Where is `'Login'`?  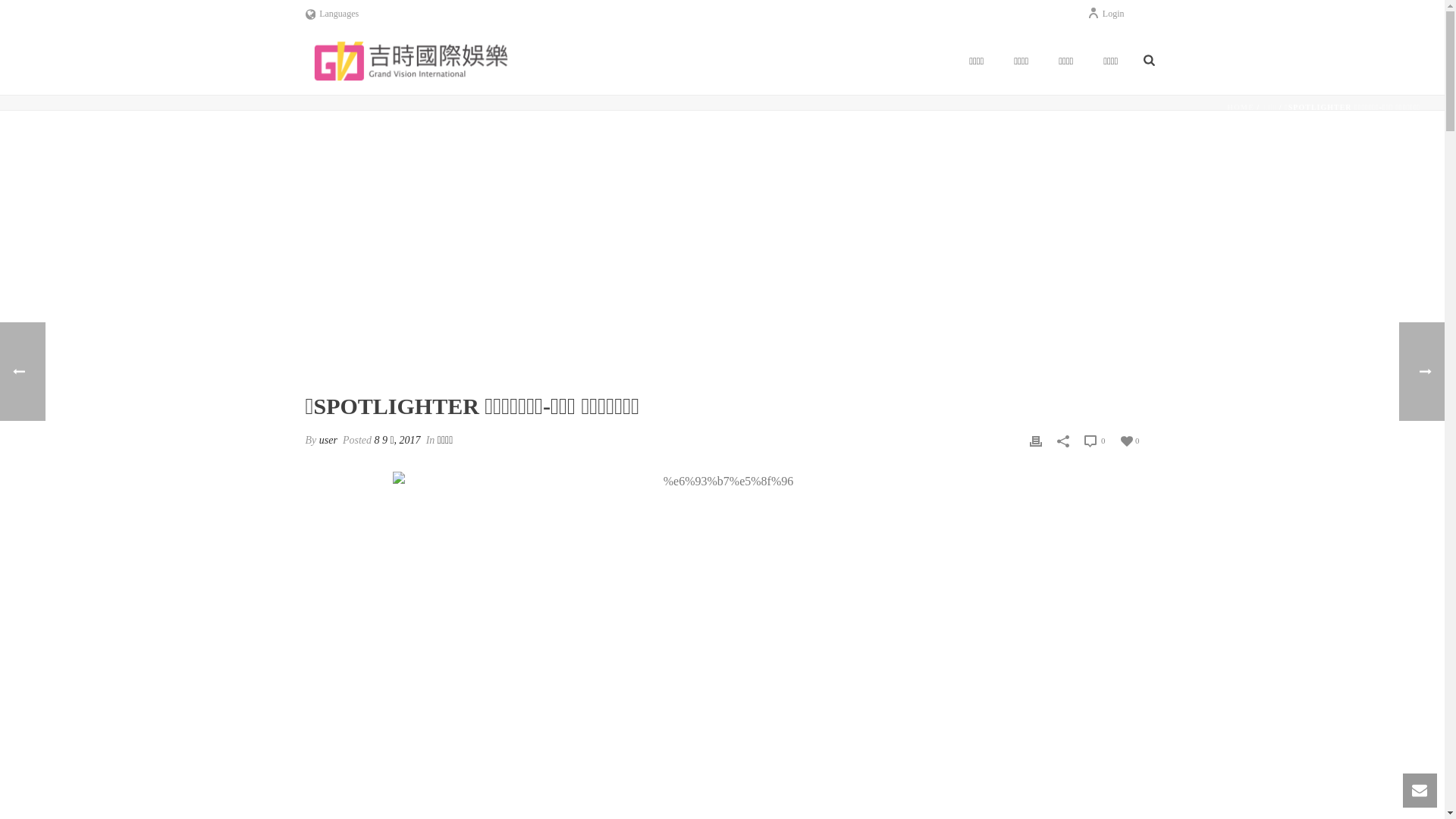
'Login' is located at coordinates (1106, 14).